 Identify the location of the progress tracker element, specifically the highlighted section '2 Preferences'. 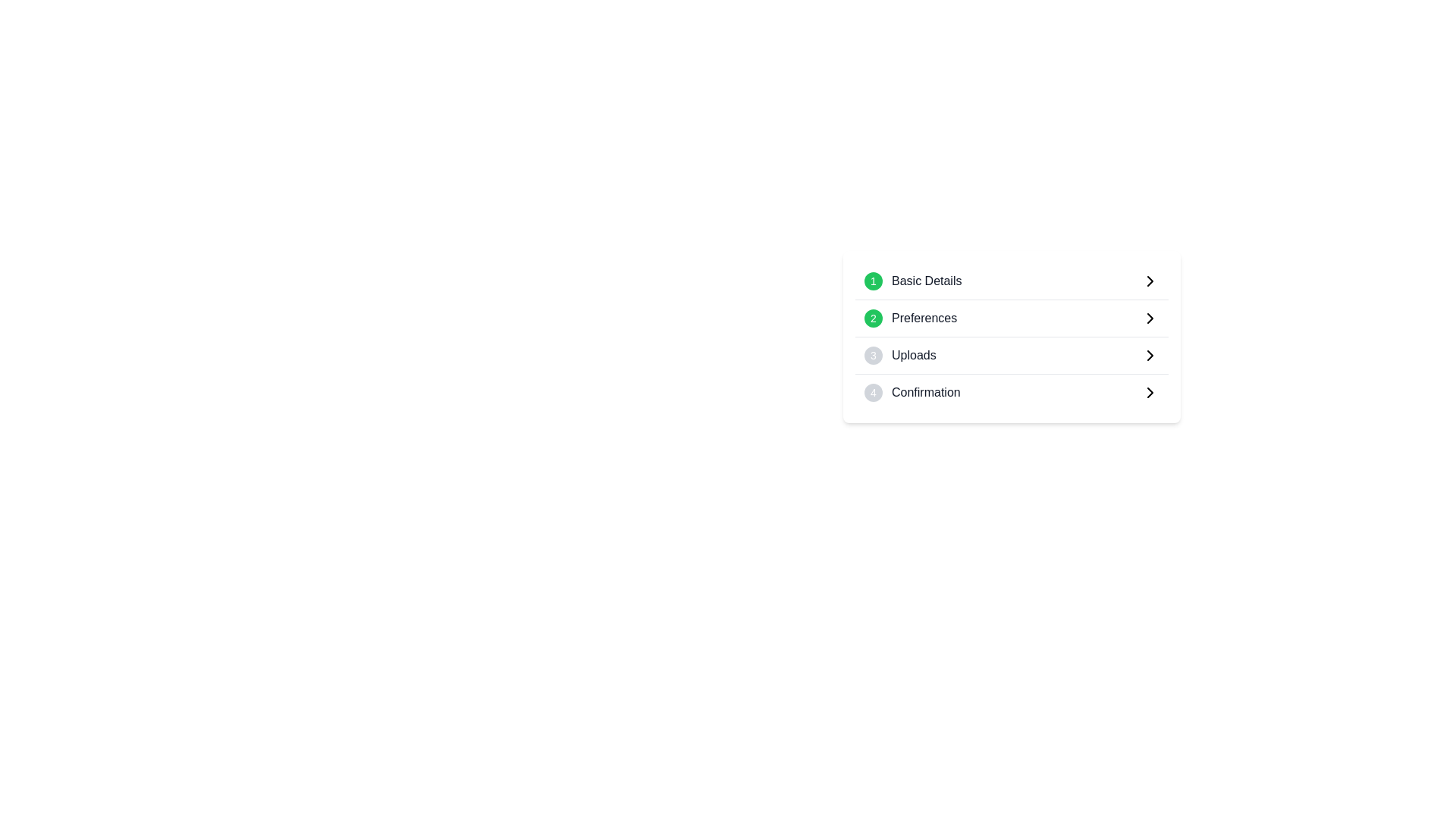
(1012, 336).